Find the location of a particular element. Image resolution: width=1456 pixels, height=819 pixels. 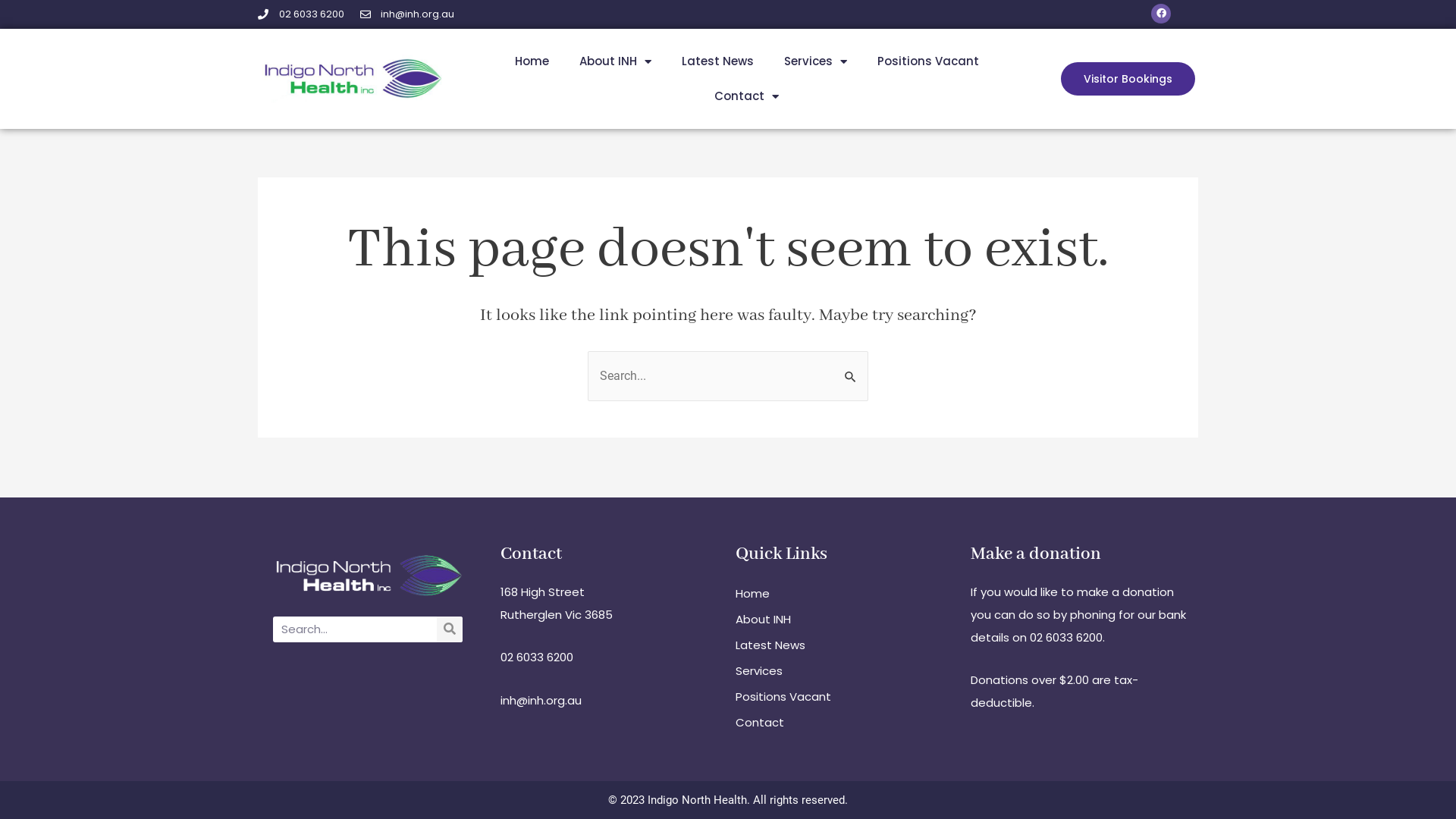

'Services' is located at coordinates (844, 670).